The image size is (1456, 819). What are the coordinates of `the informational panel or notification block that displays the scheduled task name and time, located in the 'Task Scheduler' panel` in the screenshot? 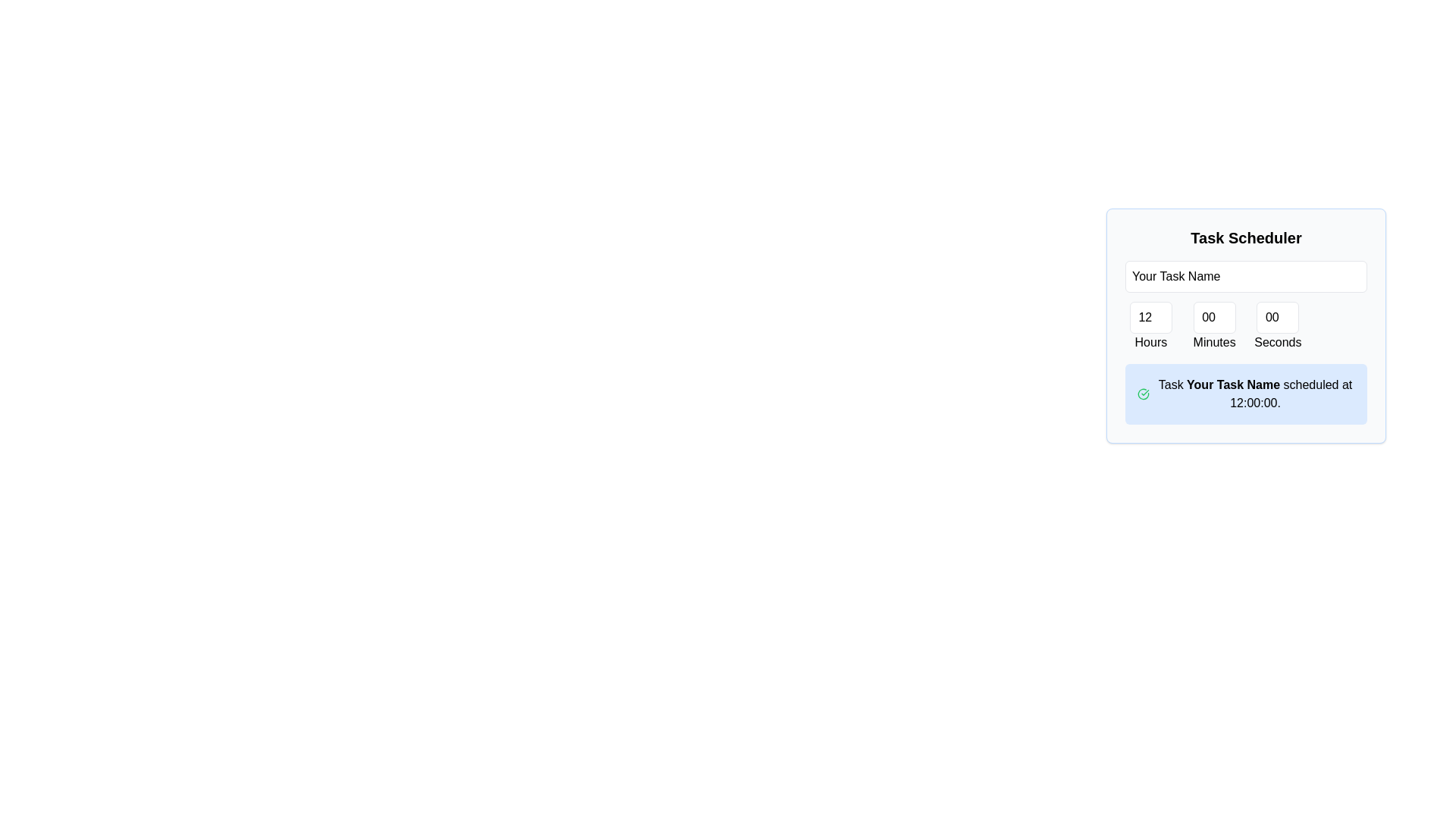 It's located at (1246, 394).